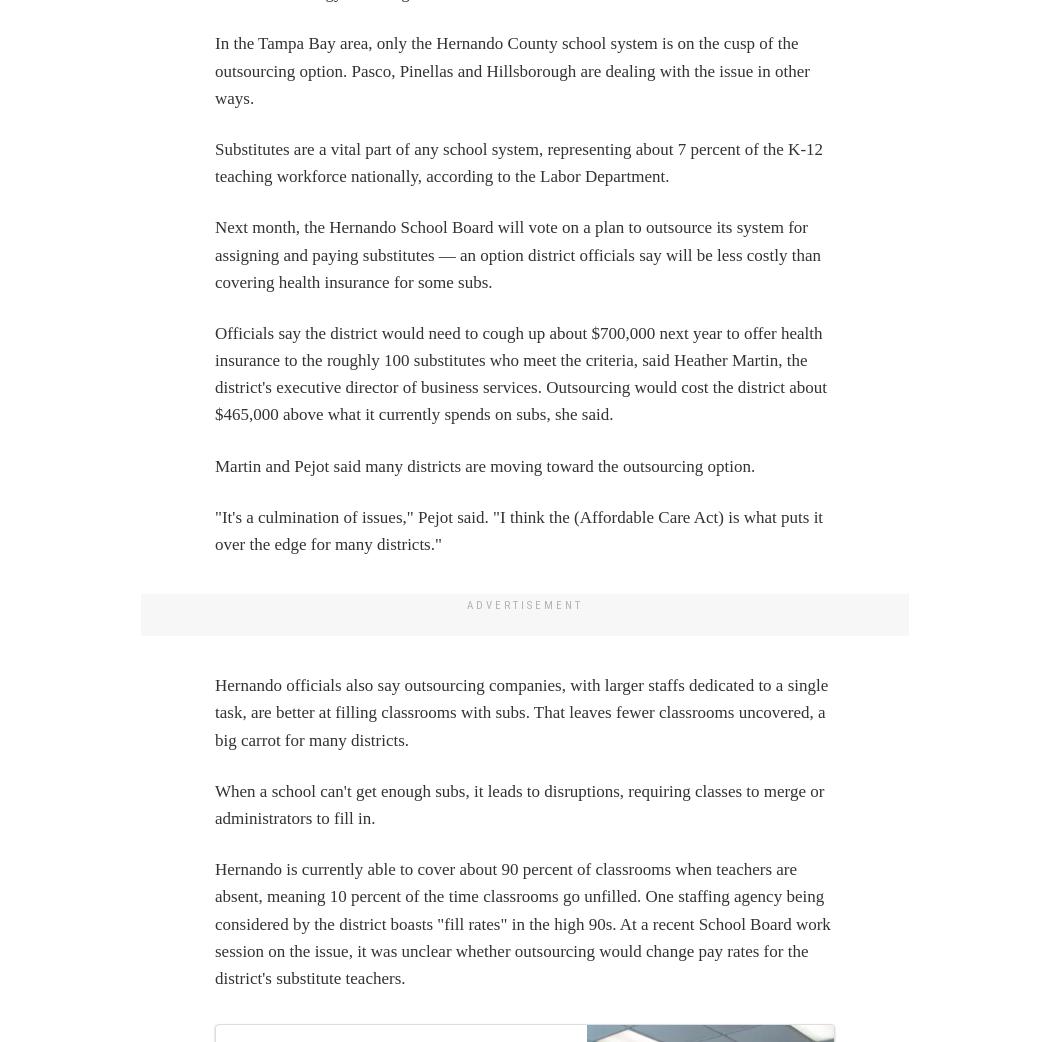 The width and height of the screenshot is (1050, 1042). Describe the element at coordinates (679, 33) in the screenshot. I see `'17 Tampa Bay spots where you can get a great sandwich'` at that location.